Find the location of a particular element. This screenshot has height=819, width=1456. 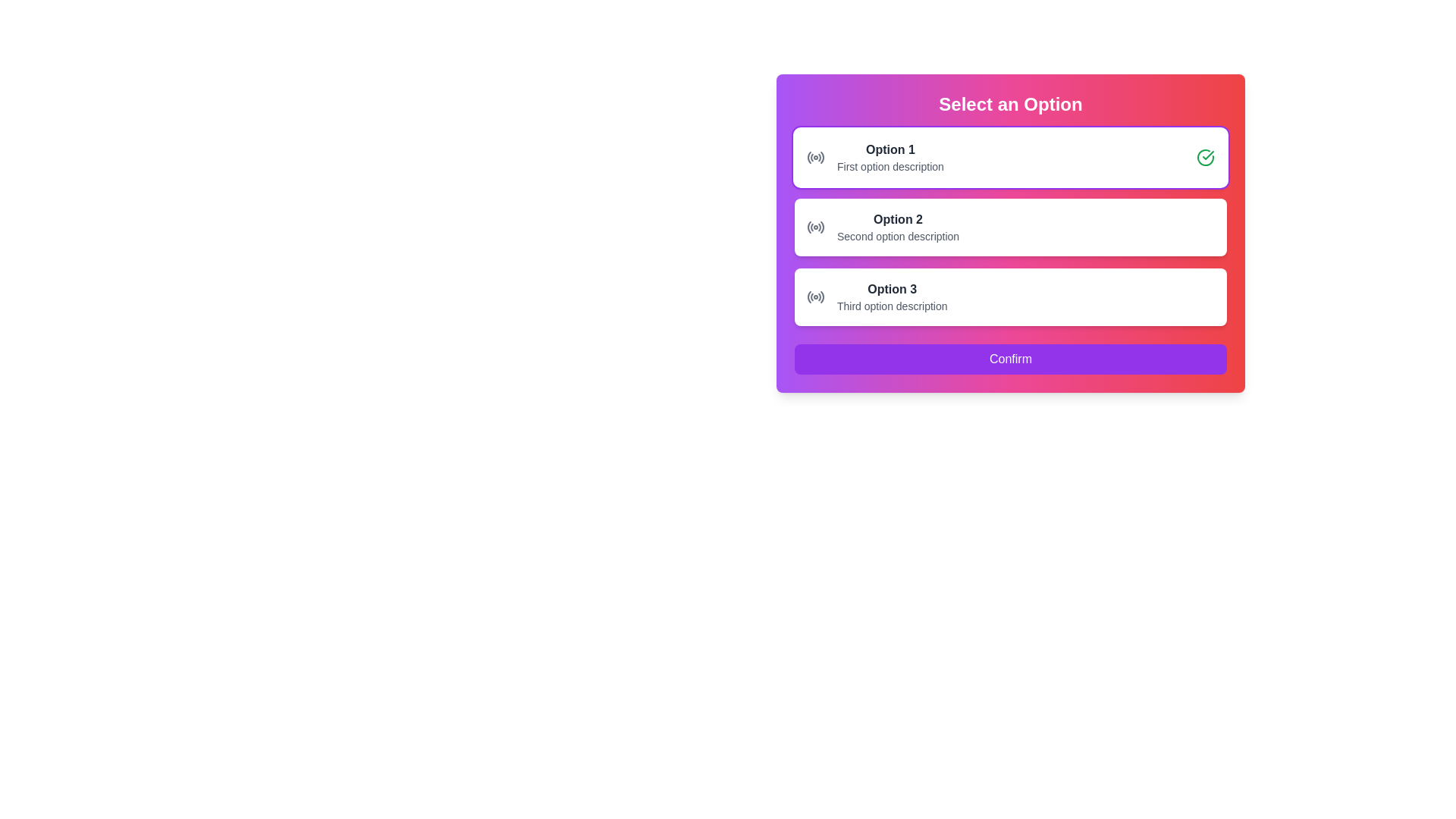

text of the label element that serves as the title for the first option in the selection list, positioned at the top of the card UI is located at coordinates (890, 149).